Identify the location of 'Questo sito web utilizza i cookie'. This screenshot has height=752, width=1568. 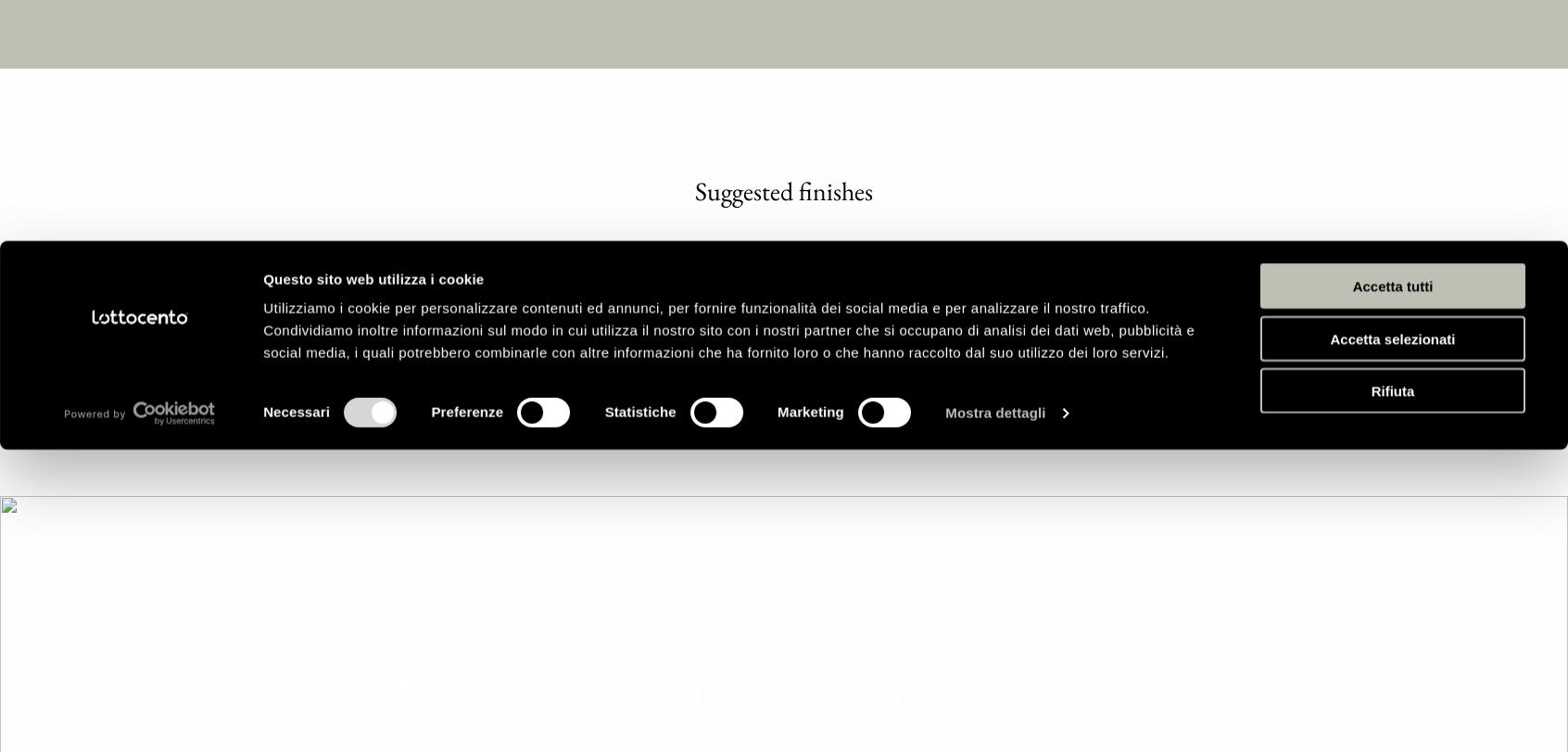
(373, 179).